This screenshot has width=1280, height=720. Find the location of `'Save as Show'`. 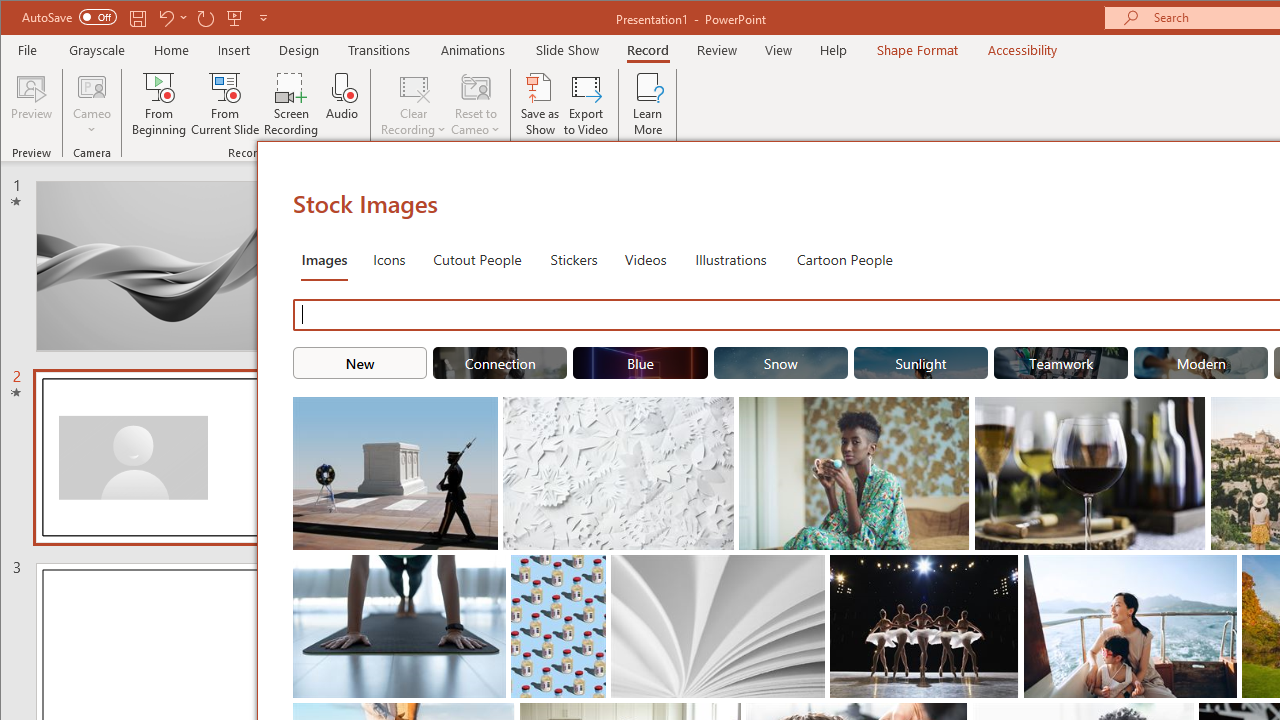

'Save as Show' is located at coordinates (540, 104).